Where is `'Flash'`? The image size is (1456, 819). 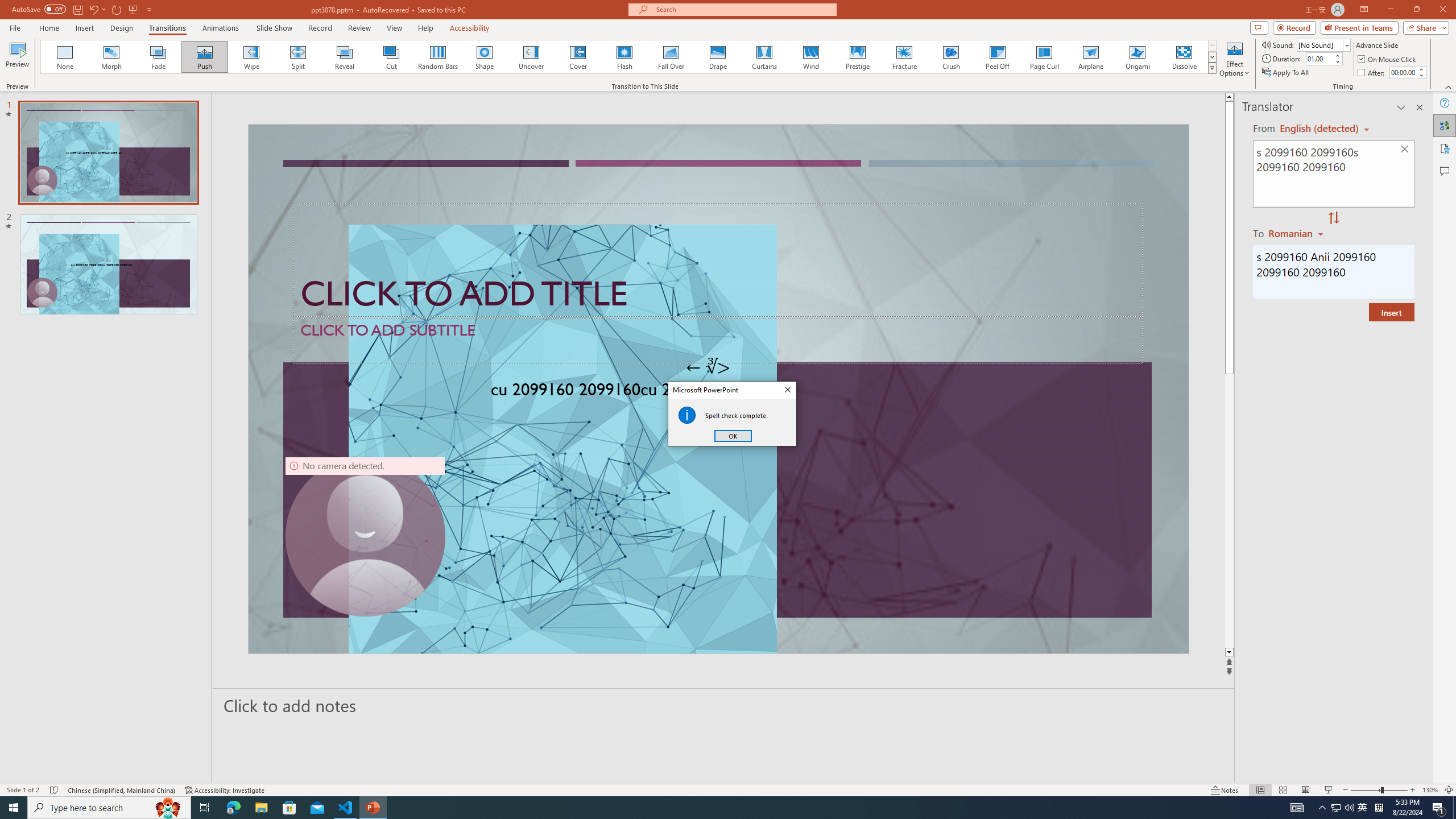
'Flash' is located at coordinates (624, 56).